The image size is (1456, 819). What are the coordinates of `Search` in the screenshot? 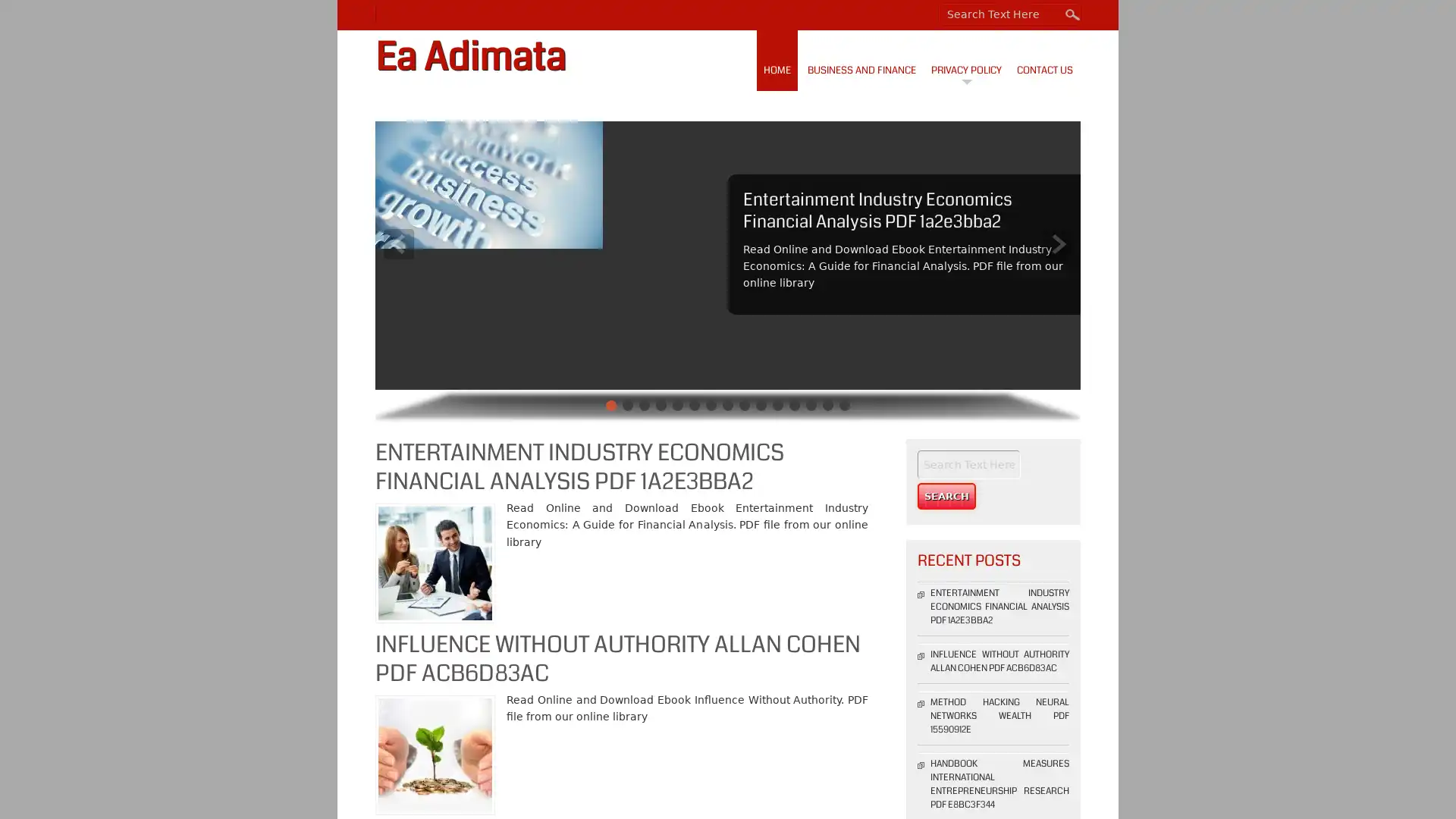 It's located at (946, 496).